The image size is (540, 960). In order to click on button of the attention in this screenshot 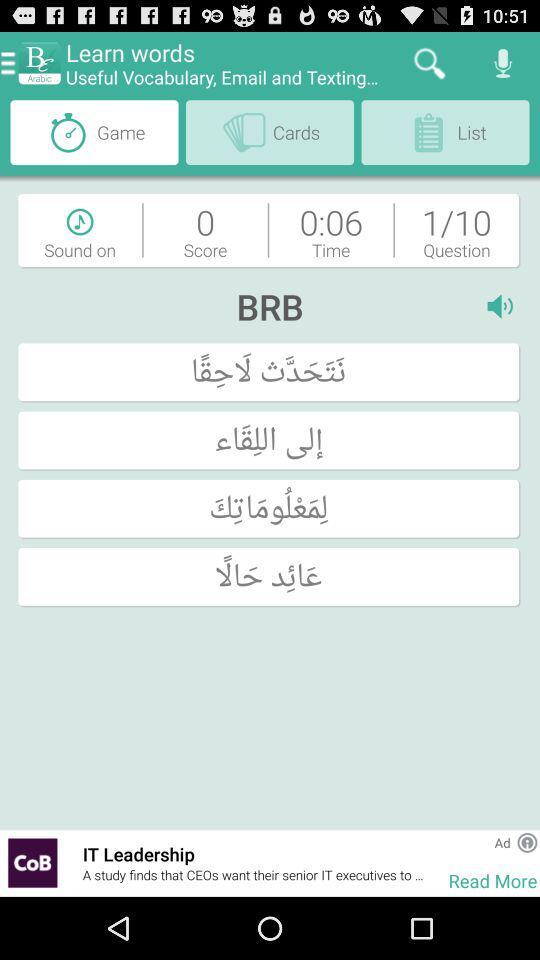, I will do `click(527, 841)`.